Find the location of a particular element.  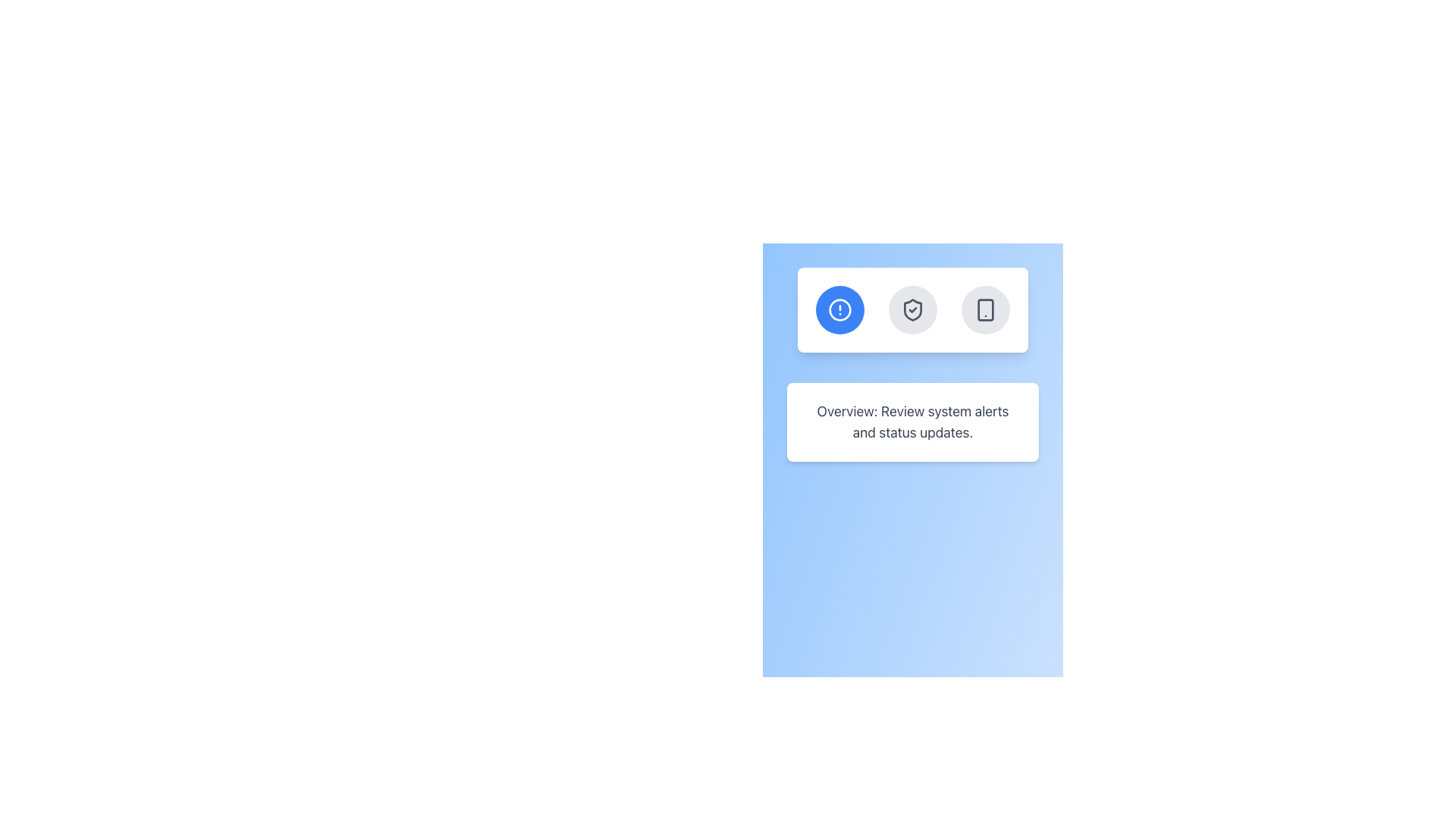

the circular gray button with a shield icon and checkmark in the center, which is the middle button in a row of three buttons is located at coordinates (912, 309).